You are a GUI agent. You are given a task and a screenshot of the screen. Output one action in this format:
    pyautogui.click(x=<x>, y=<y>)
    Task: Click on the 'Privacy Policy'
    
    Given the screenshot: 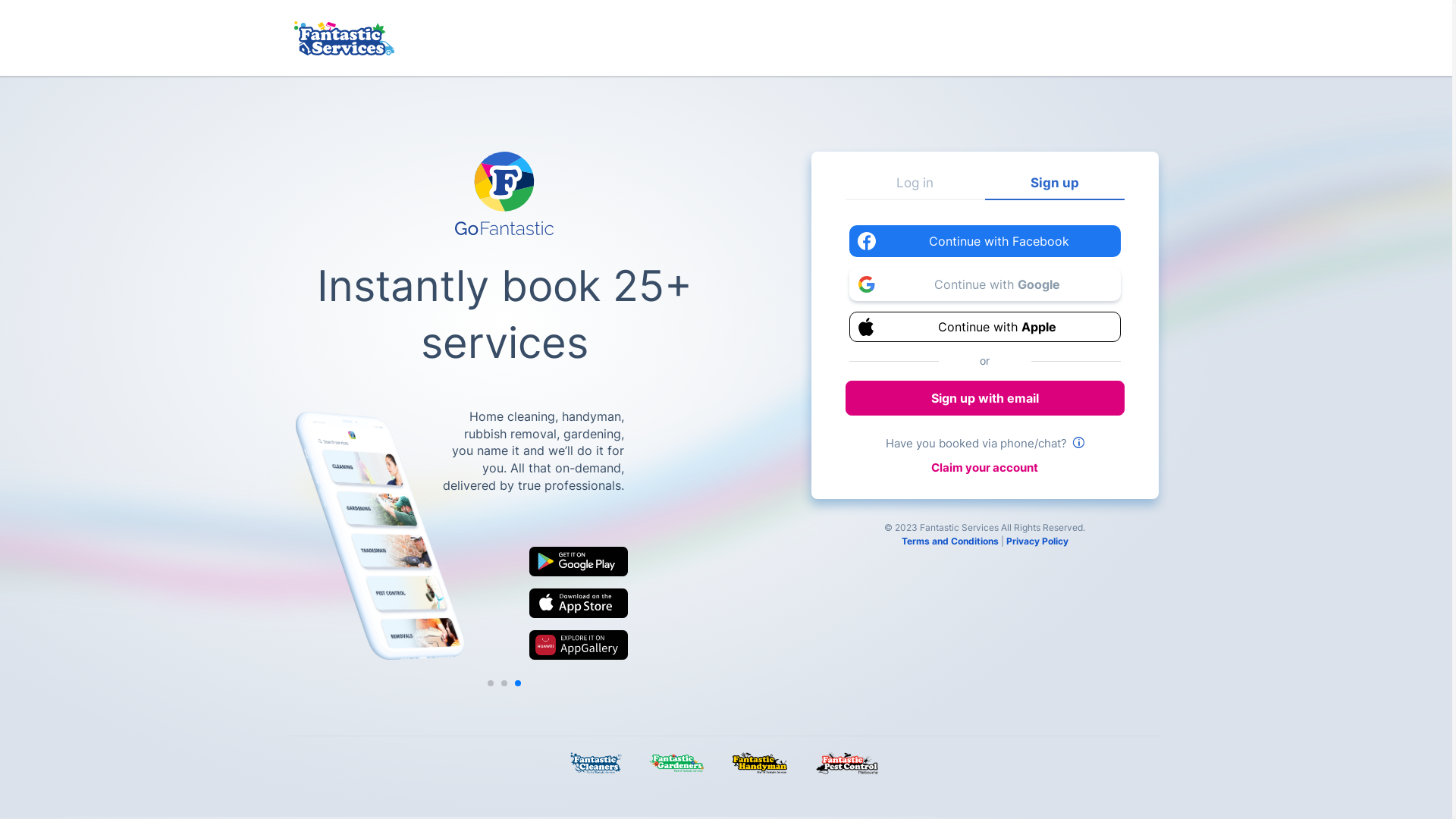 What is the action you would take?
    pyautogui.click(x=1037, y=540)
    